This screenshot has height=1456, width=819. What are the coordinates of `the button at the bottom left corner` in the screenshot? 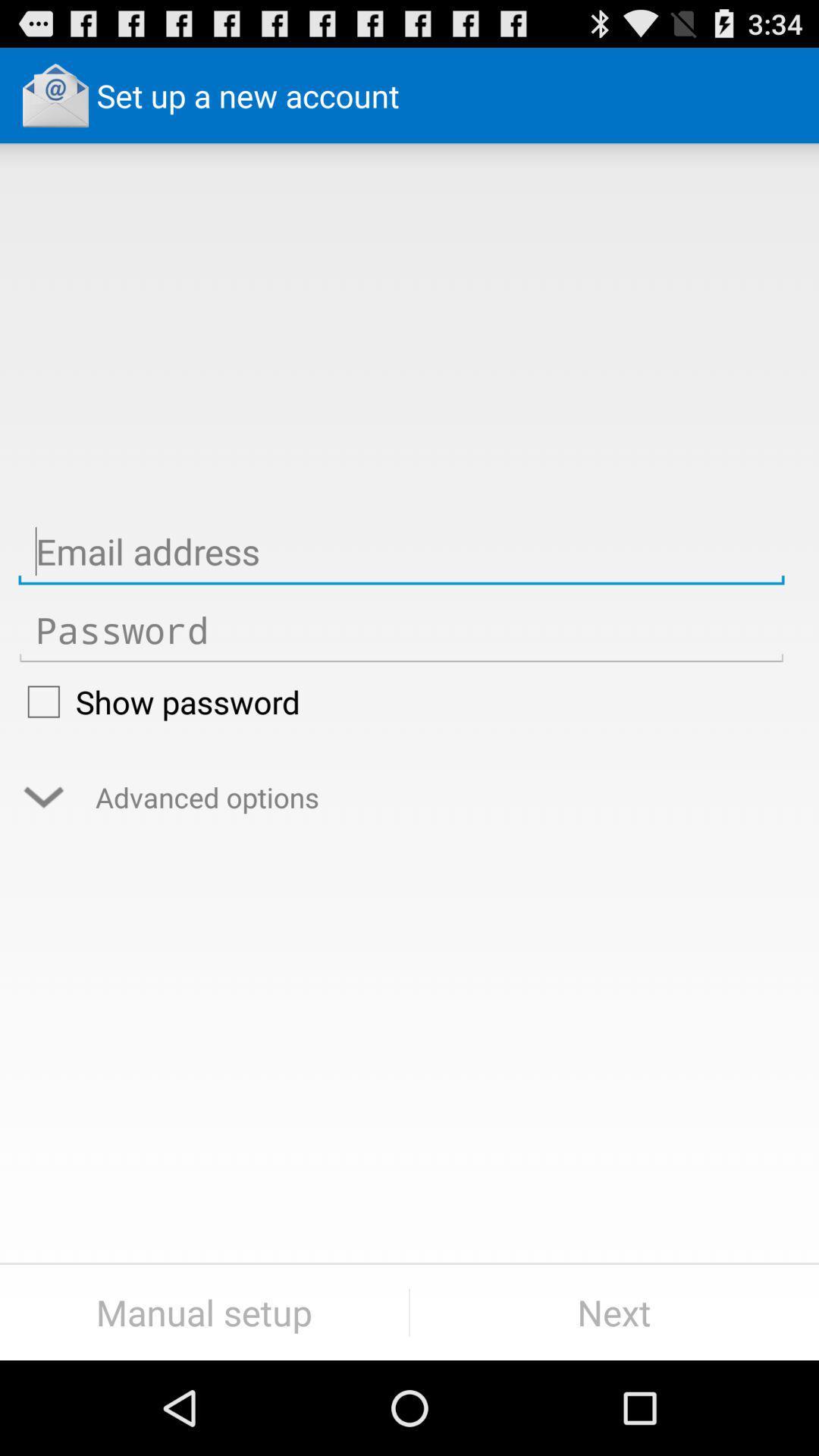 It's located at (203, 1312).